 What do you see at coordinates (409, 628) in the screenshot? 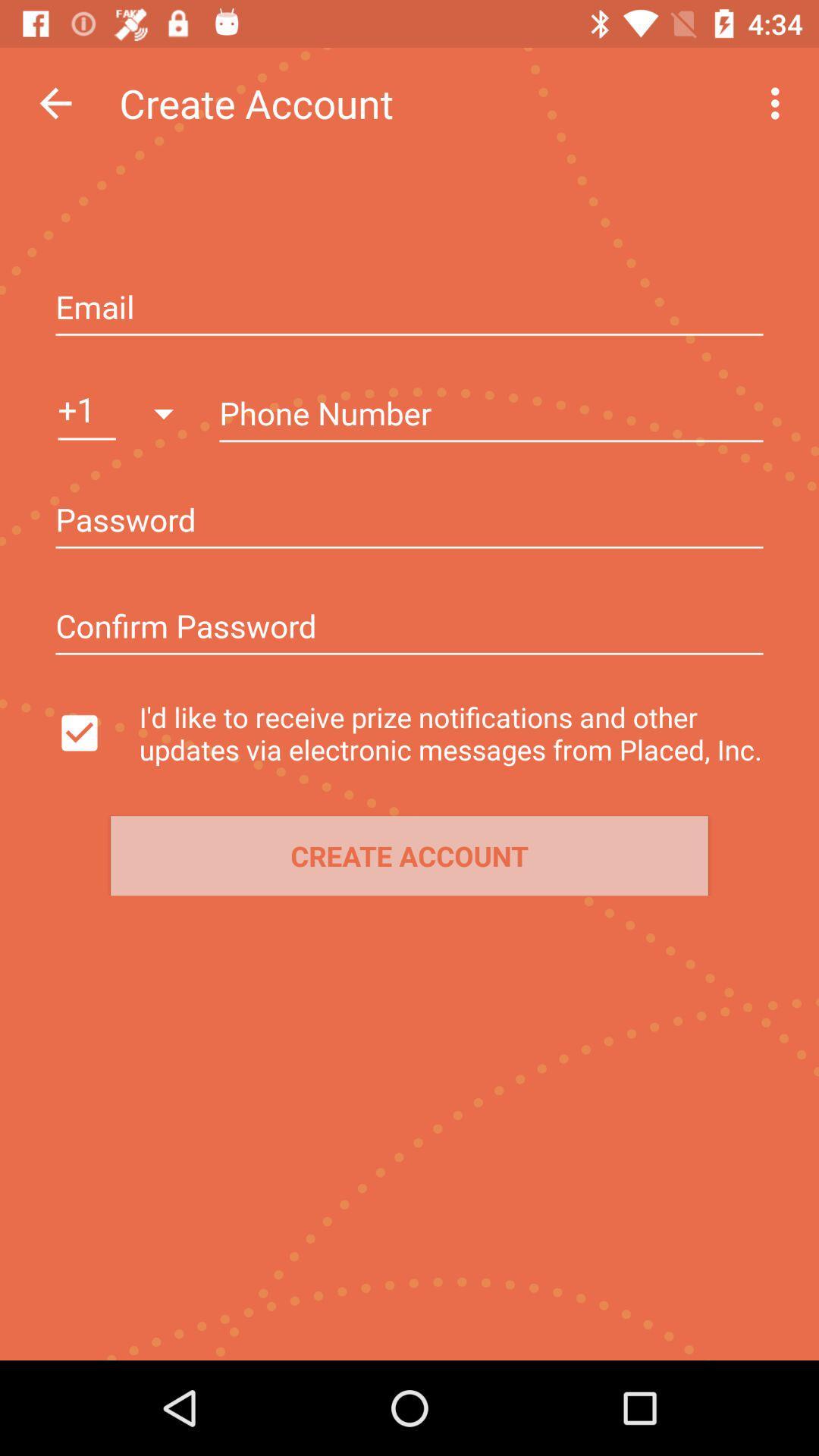
I see `password` at bounding box center [409, 628].